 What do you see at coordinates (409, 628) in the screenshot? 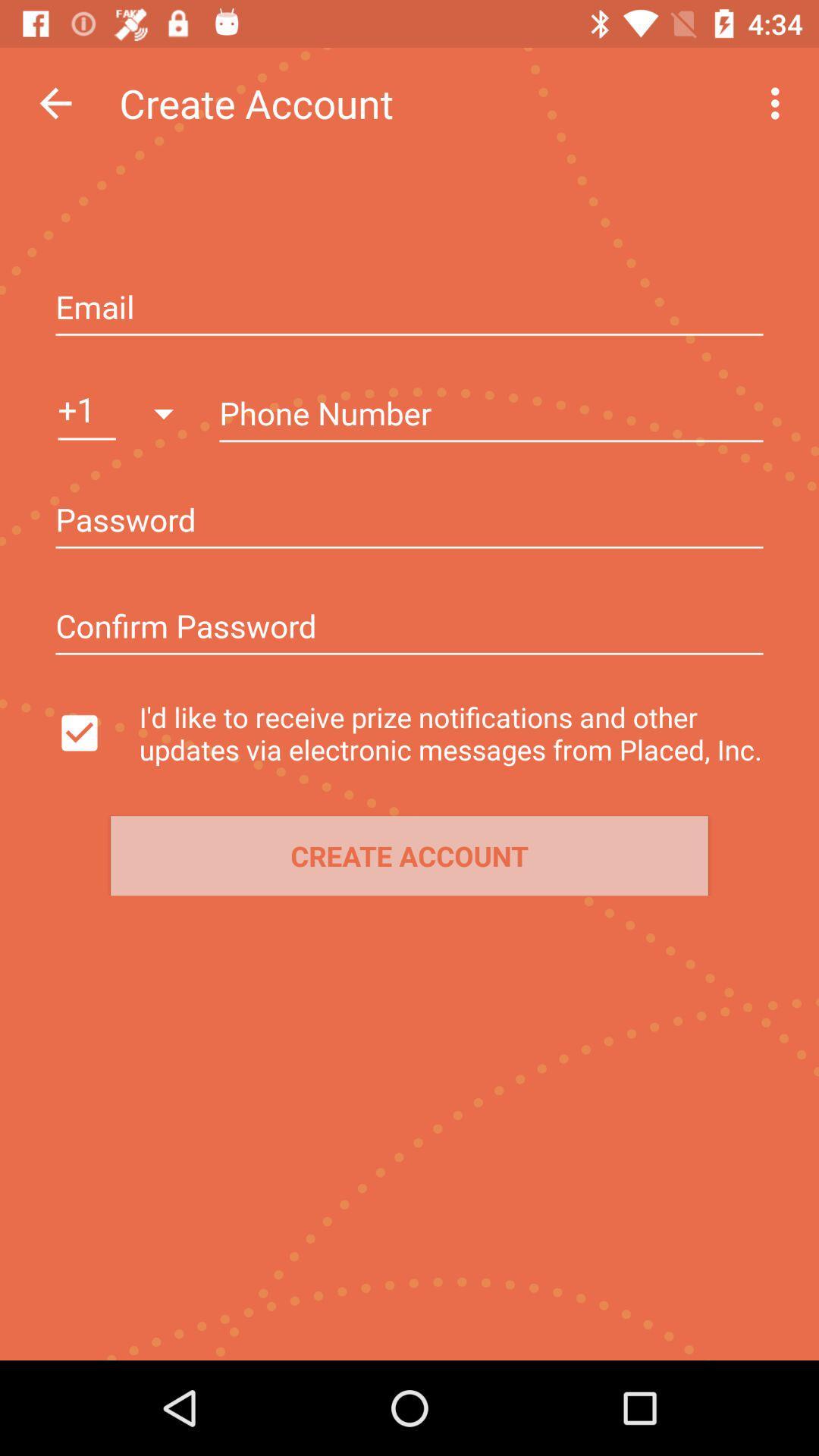
I see `password` at bounding box center [409, 628].